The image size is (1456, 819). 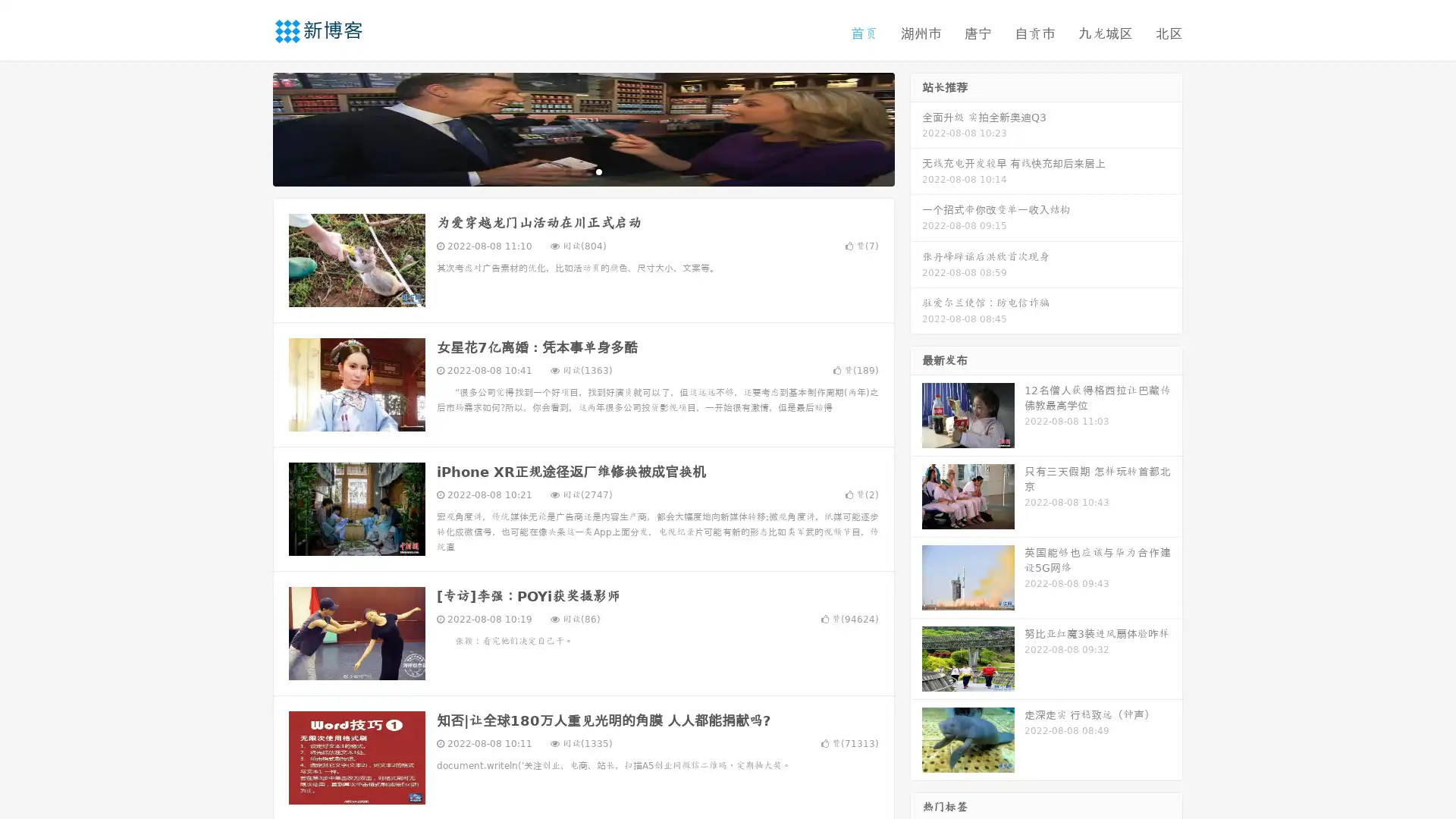 I want to click on Next slide, so click(x=916, y=127).